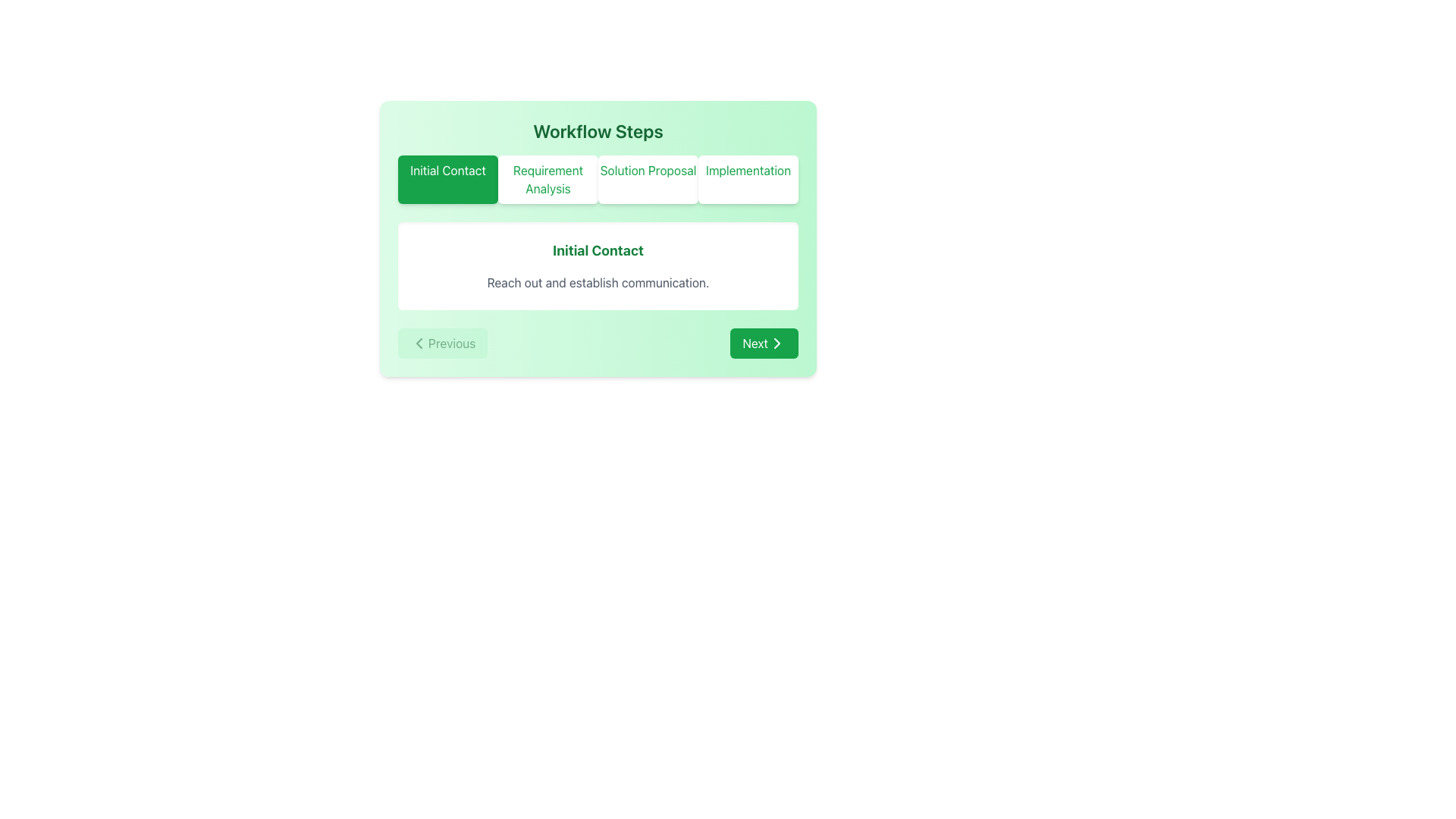 This screenshot has width=1456, height=819. I want to click on the 'Solution Proposal' button, which is the third button in the horizontal series under the 'Workflow Steps' heading, so click(648, 178).